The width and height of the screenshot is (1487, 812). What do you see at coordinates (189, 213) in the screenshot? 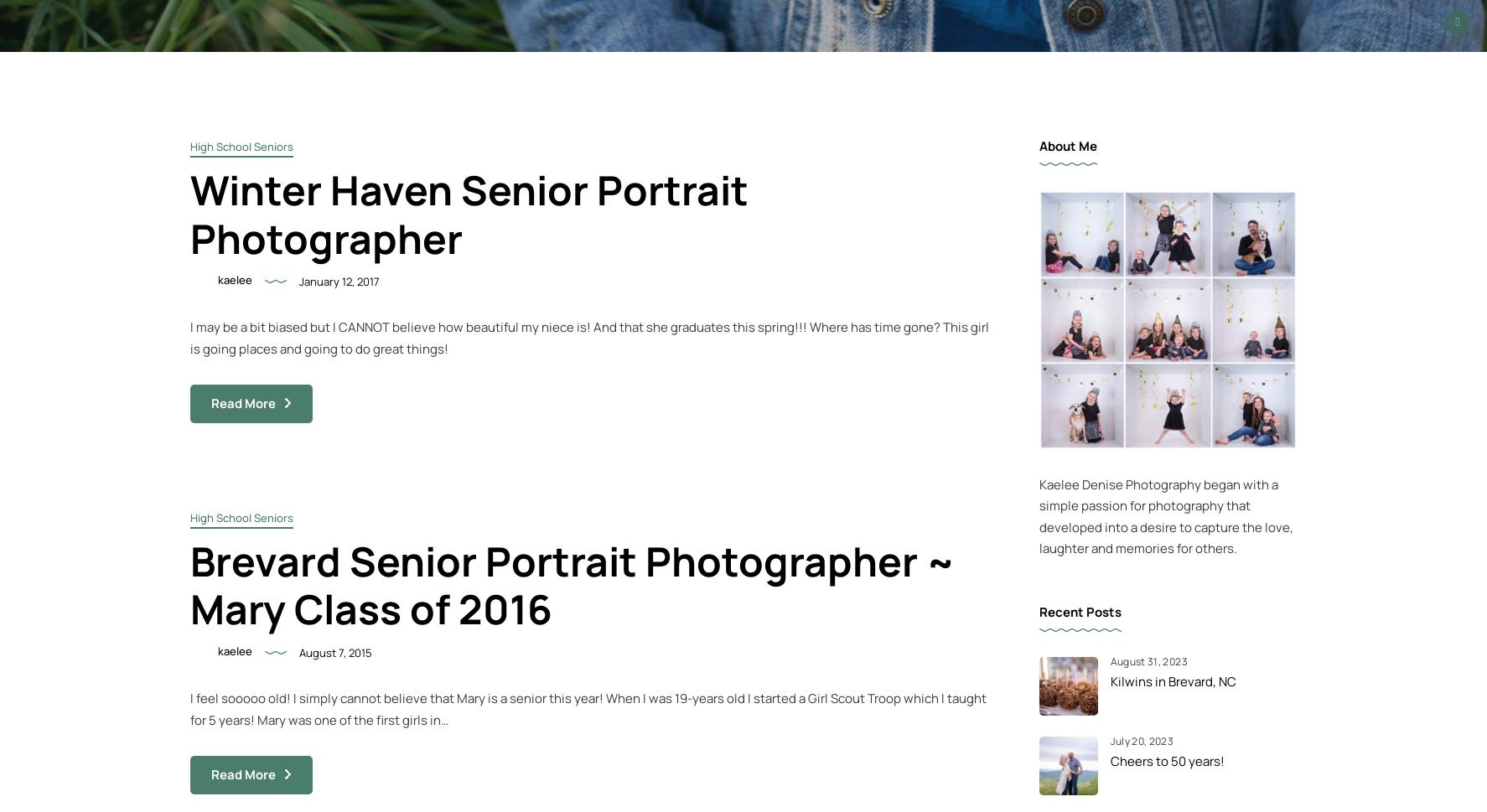
I see `'Winter Haven Senior Portrait Photographer'` at bounding box center [189, 213].